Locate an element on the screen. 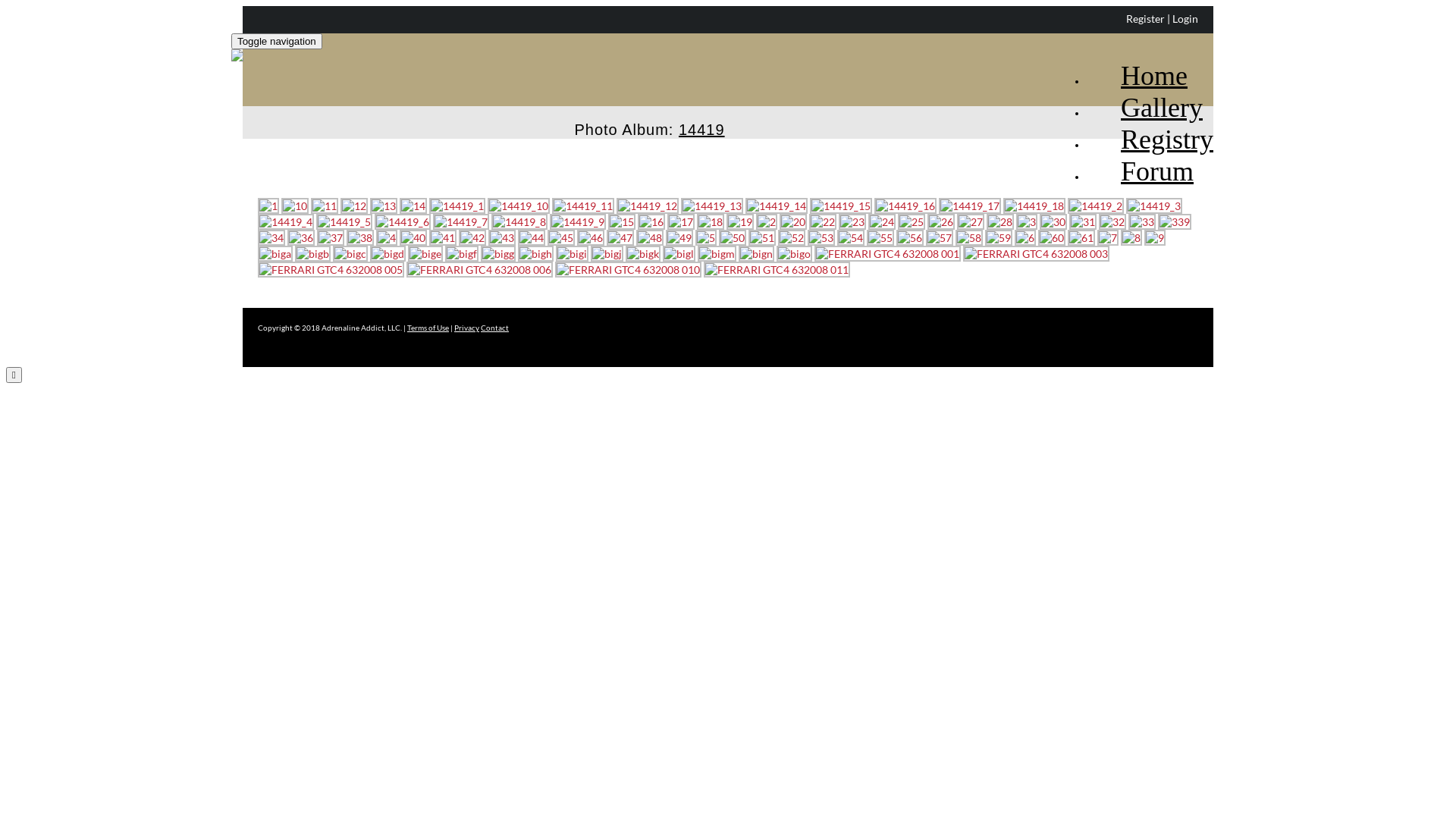  '28 (click to enlarge)' is located at coordinates (1000, 221).